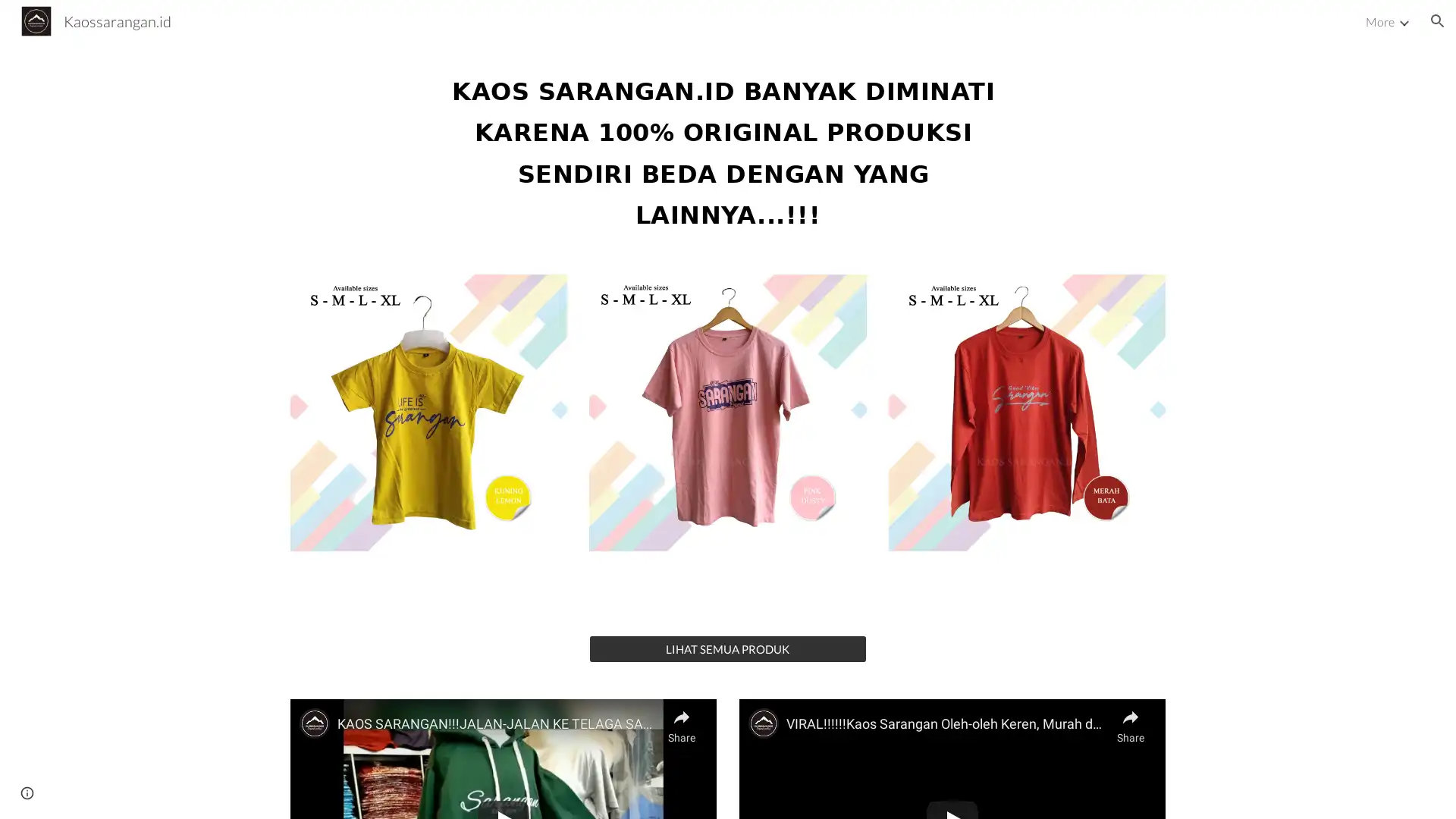  I want to click on Copy heading link, so click(1026, 149).